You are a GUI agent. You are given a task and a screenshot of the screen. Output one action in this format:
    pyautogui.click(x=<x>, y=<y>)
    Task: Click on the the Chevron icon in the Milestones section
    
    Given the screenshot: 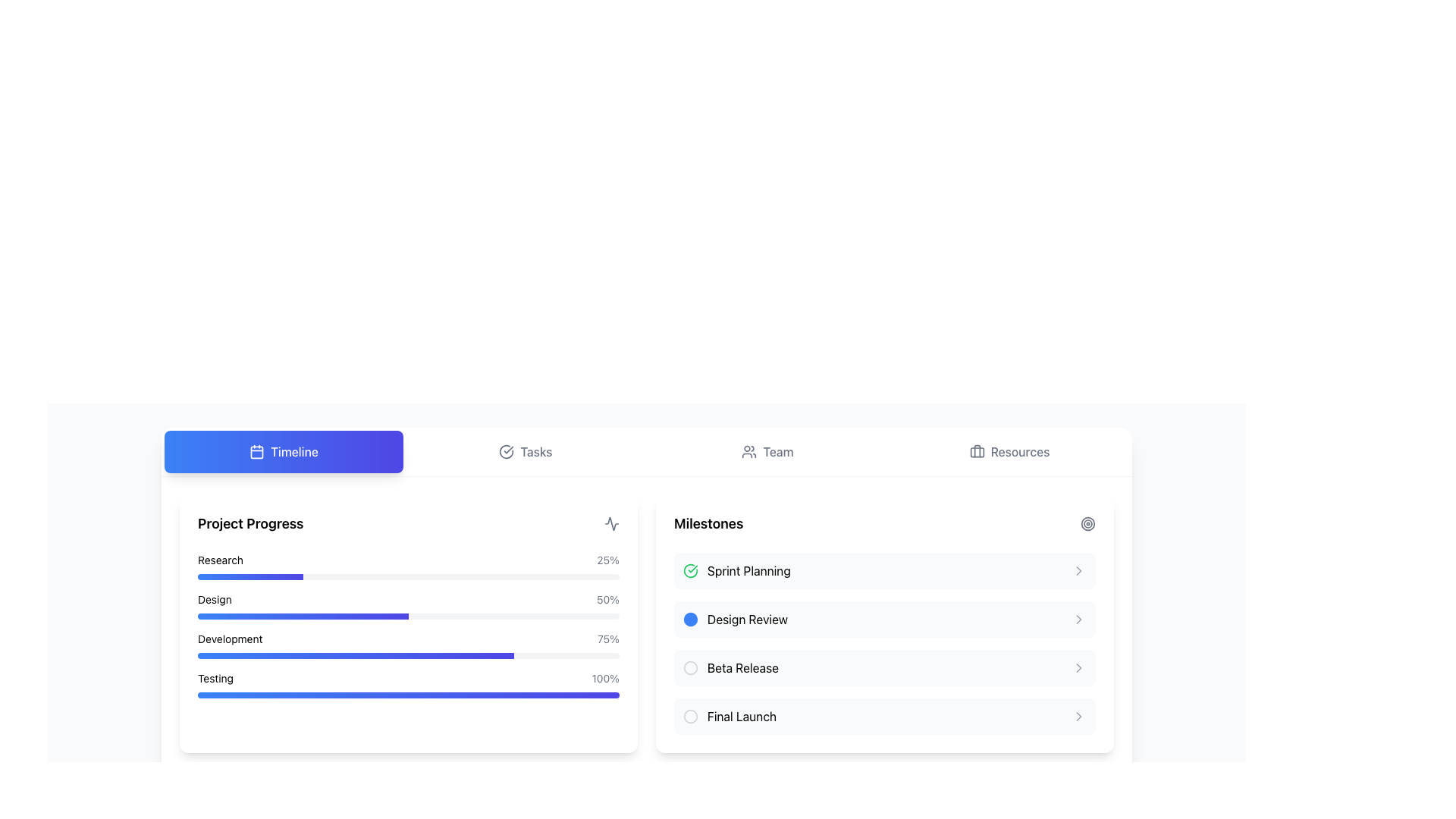 What is the action you would take?
    pyautogui.click(x=1078, y=667)
    